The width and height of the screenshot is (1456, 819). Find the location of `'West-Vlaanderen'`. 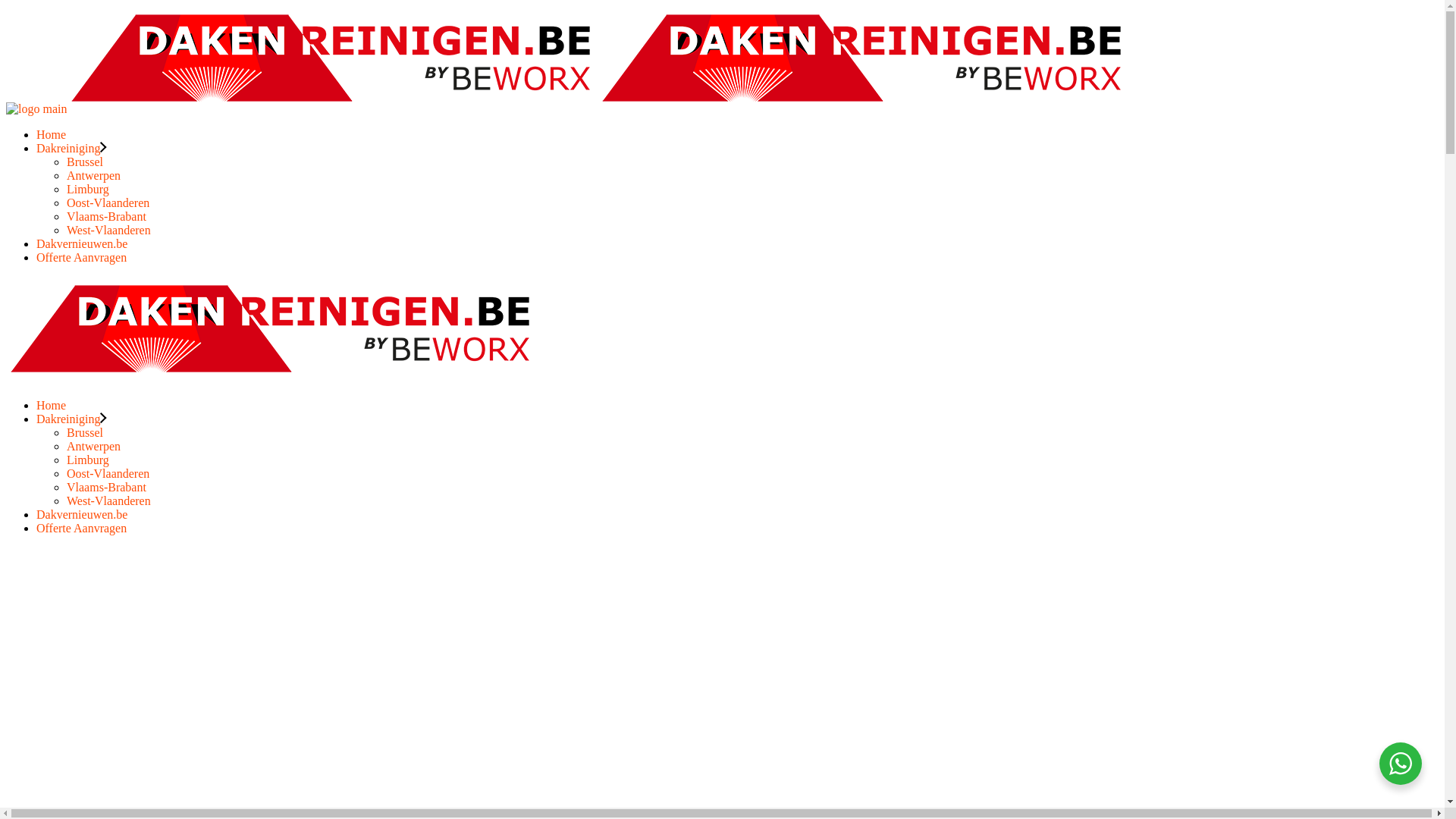

'West-Vlaanderen' is located at coordinates (108, 230).